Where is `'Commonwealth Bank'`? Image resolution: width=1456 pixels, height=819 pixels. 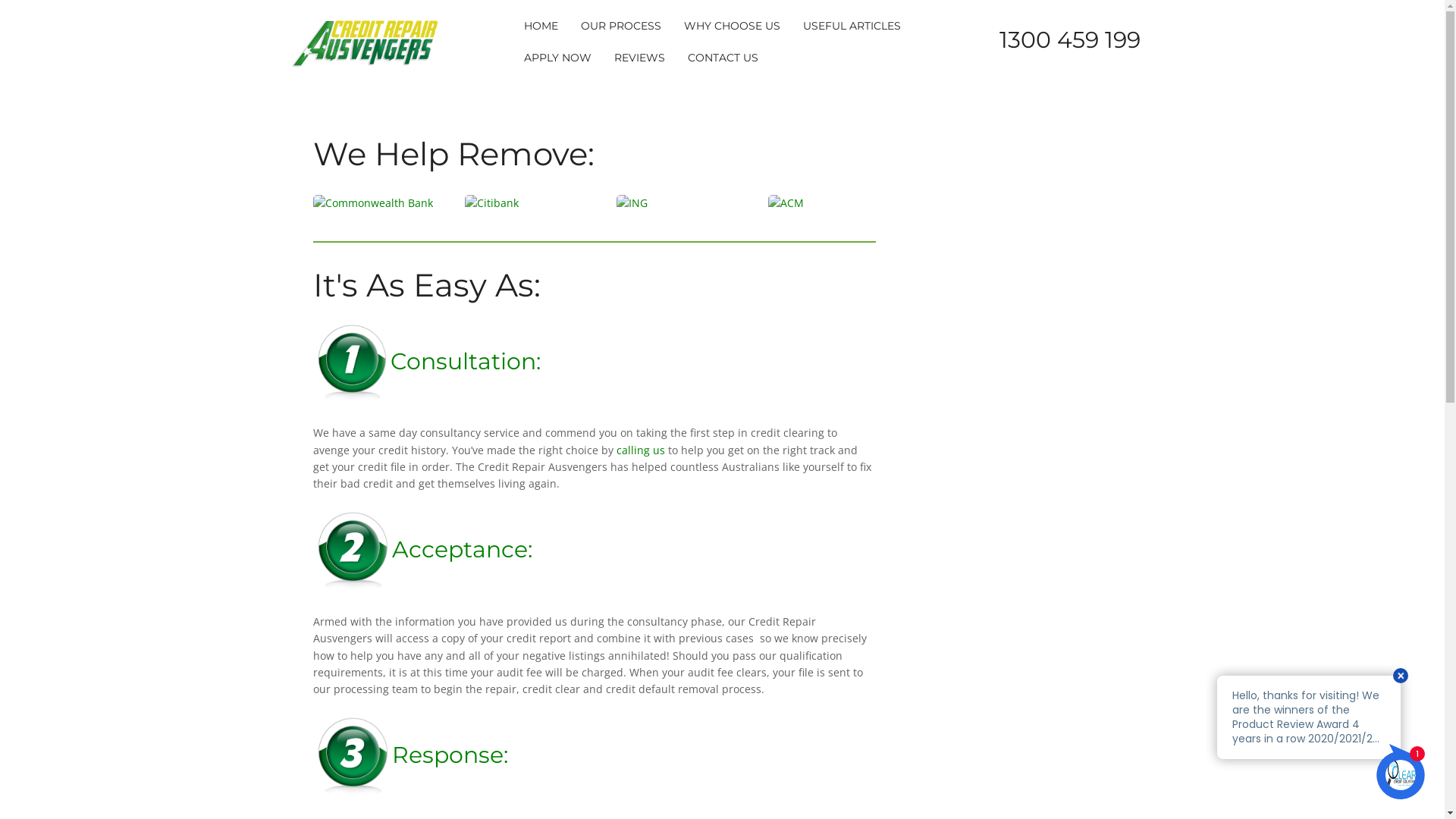
'Commonwealth Bank' is located at coordinates (377, 202).